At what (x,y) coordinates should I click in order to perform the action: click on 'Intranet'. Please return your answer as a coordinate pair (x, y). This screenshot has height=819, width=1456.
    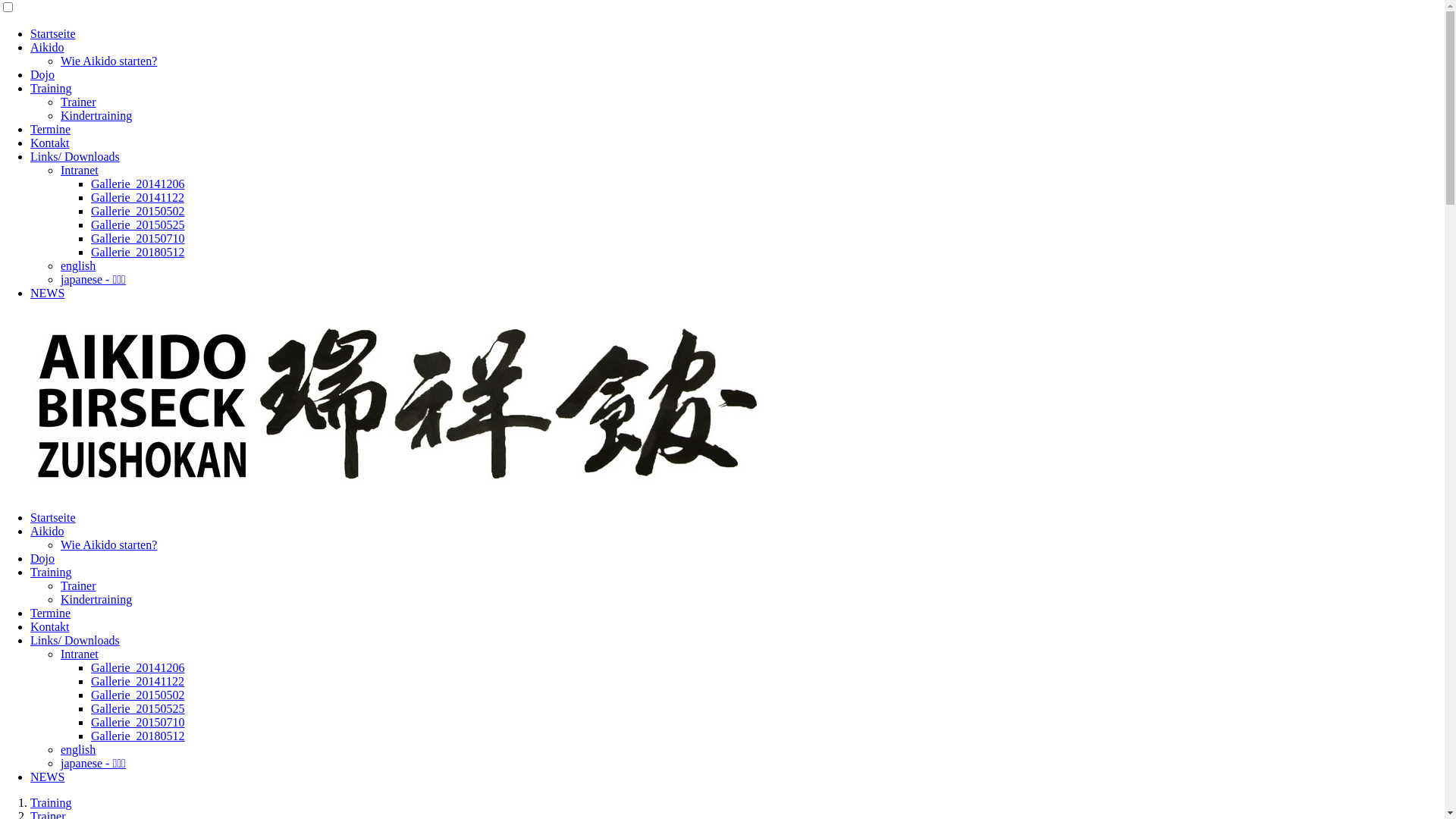
    Looking at the image, I should click on (61, 653).